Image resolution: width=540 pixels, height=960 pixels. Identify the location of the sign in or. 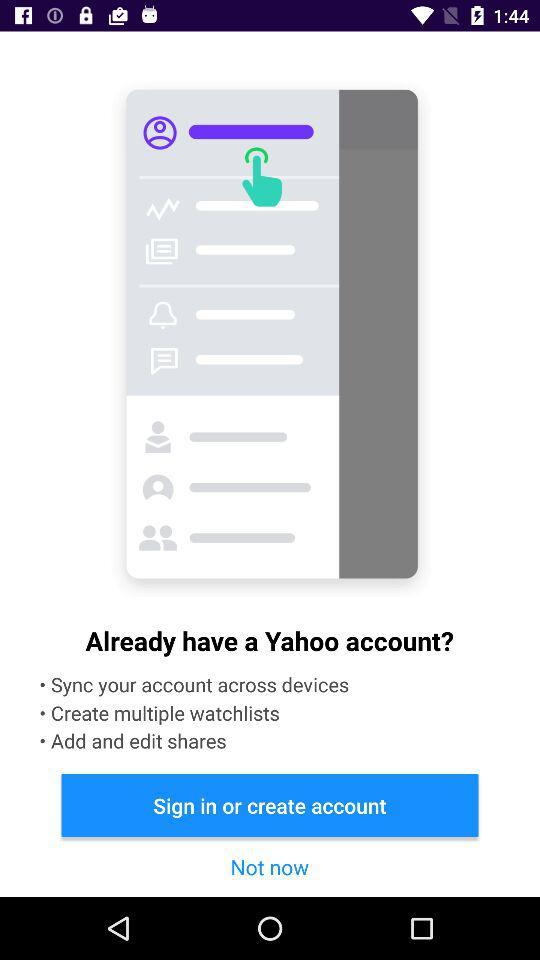
(270, 805).